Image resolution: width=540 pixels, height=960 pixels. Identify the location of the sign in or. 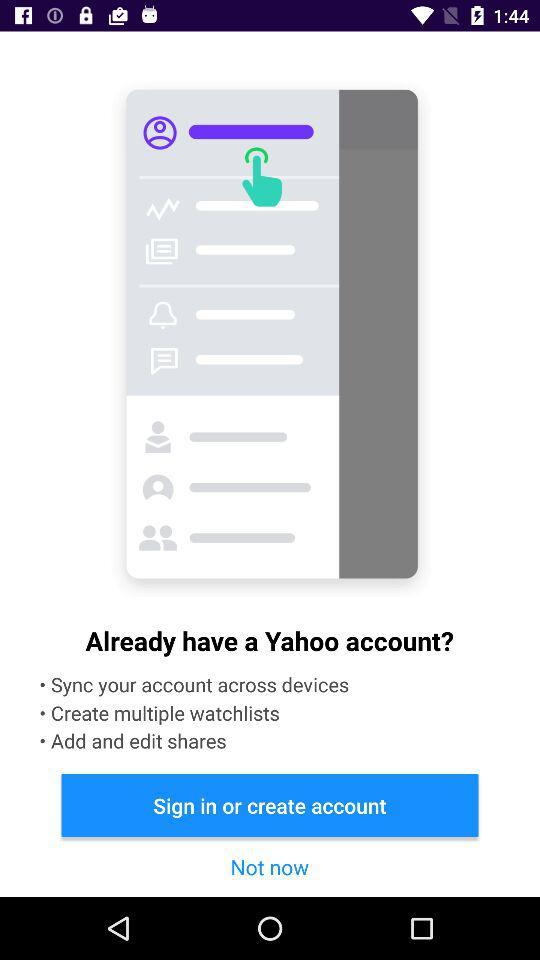
(270, 805).